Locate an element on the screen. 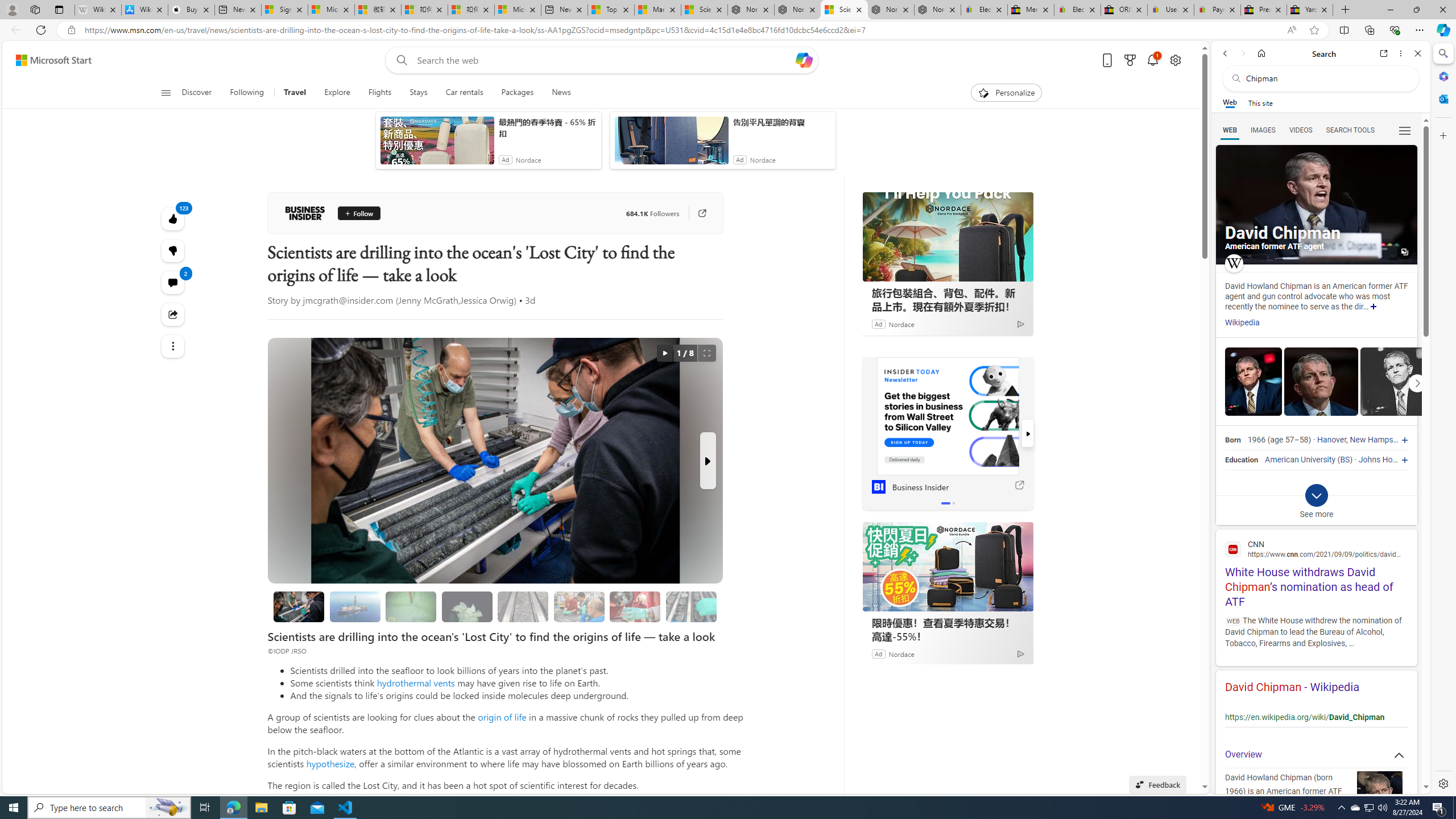 The image size is (1456, 819). 'Education' is located at coordinates (1240, 460).